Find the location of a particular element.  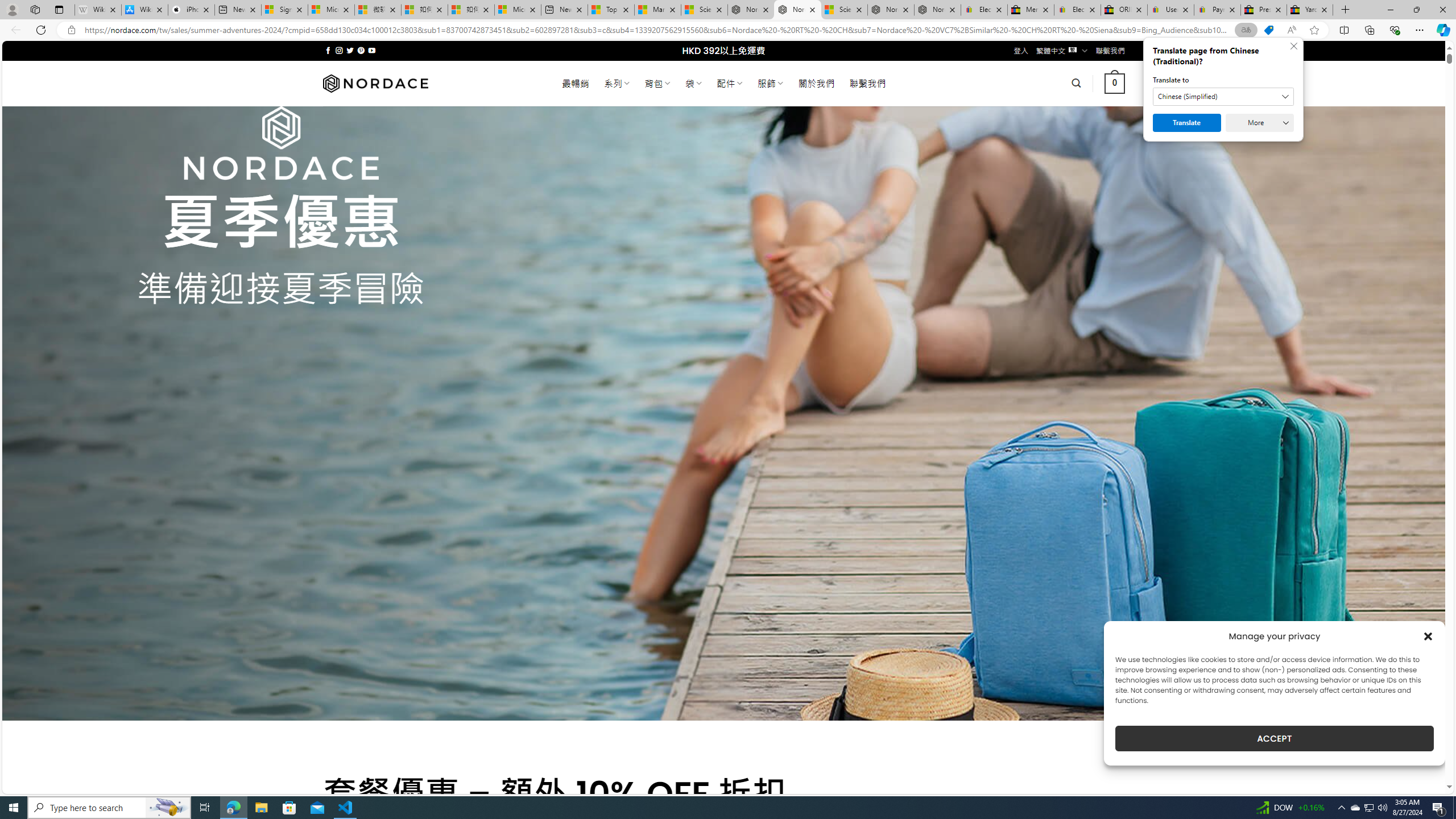

'Translate to' is located at coordinates (1223, 96).